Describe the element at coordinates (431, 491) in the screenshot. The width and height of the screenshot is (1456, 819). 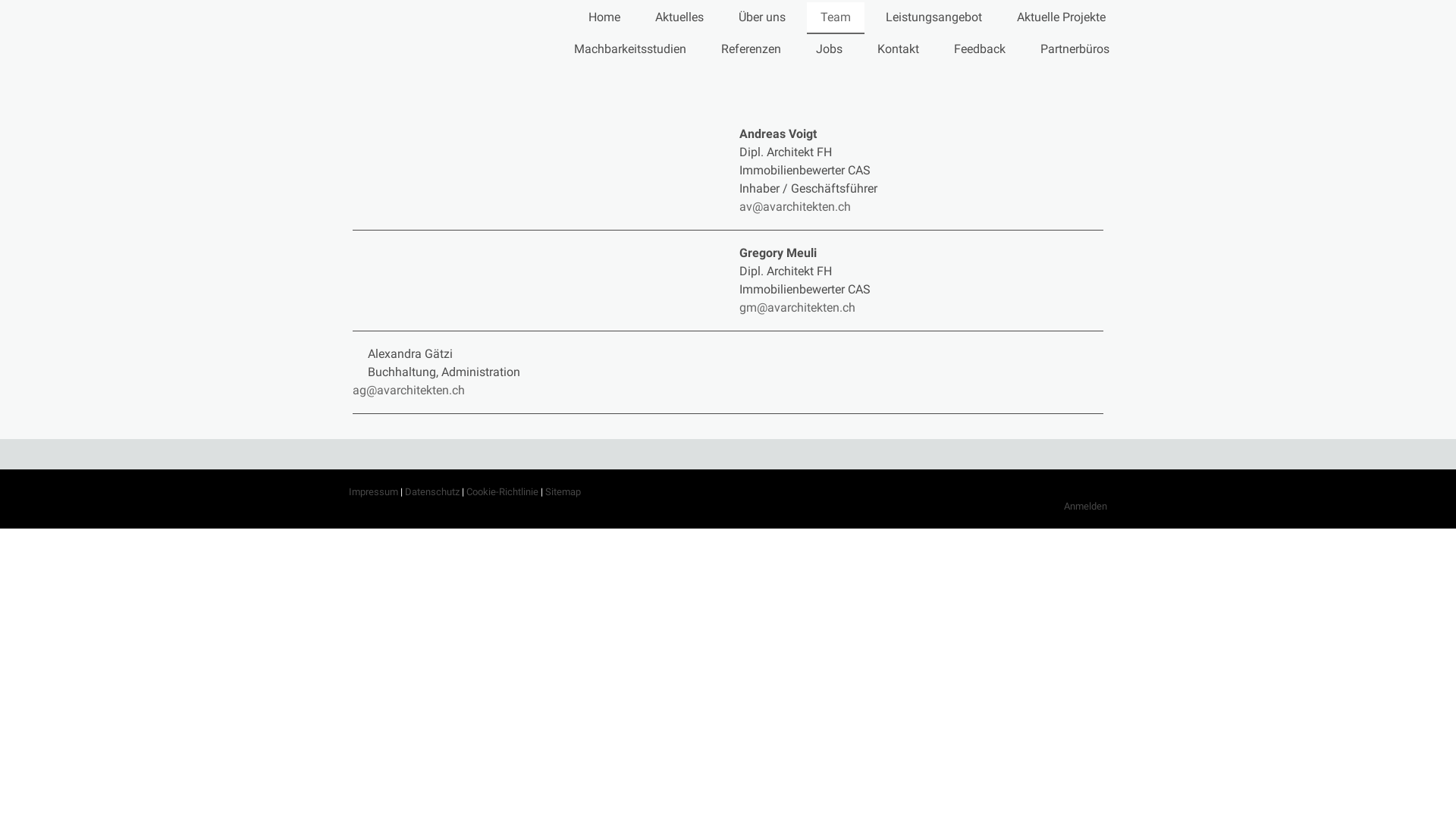
I see `'Datenschutz'` at that location.